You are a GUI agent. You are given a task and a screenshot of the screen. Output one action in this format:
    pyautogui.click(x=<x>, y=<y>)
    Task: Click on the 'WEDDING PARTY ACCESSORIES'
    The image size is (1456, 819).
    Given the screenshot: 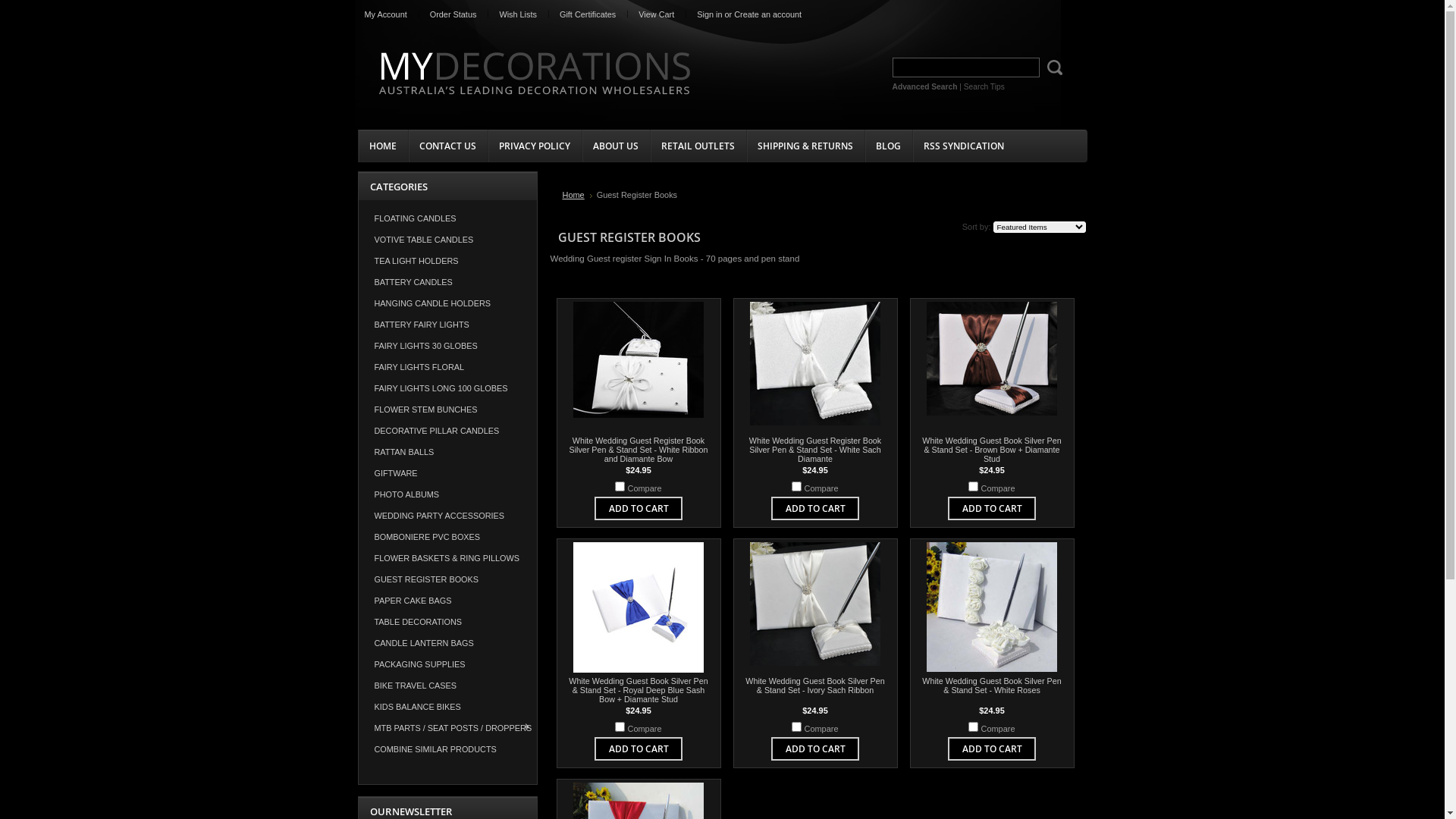 What is the action you would take?
    pyautogui.click(x=447, y=514)
    